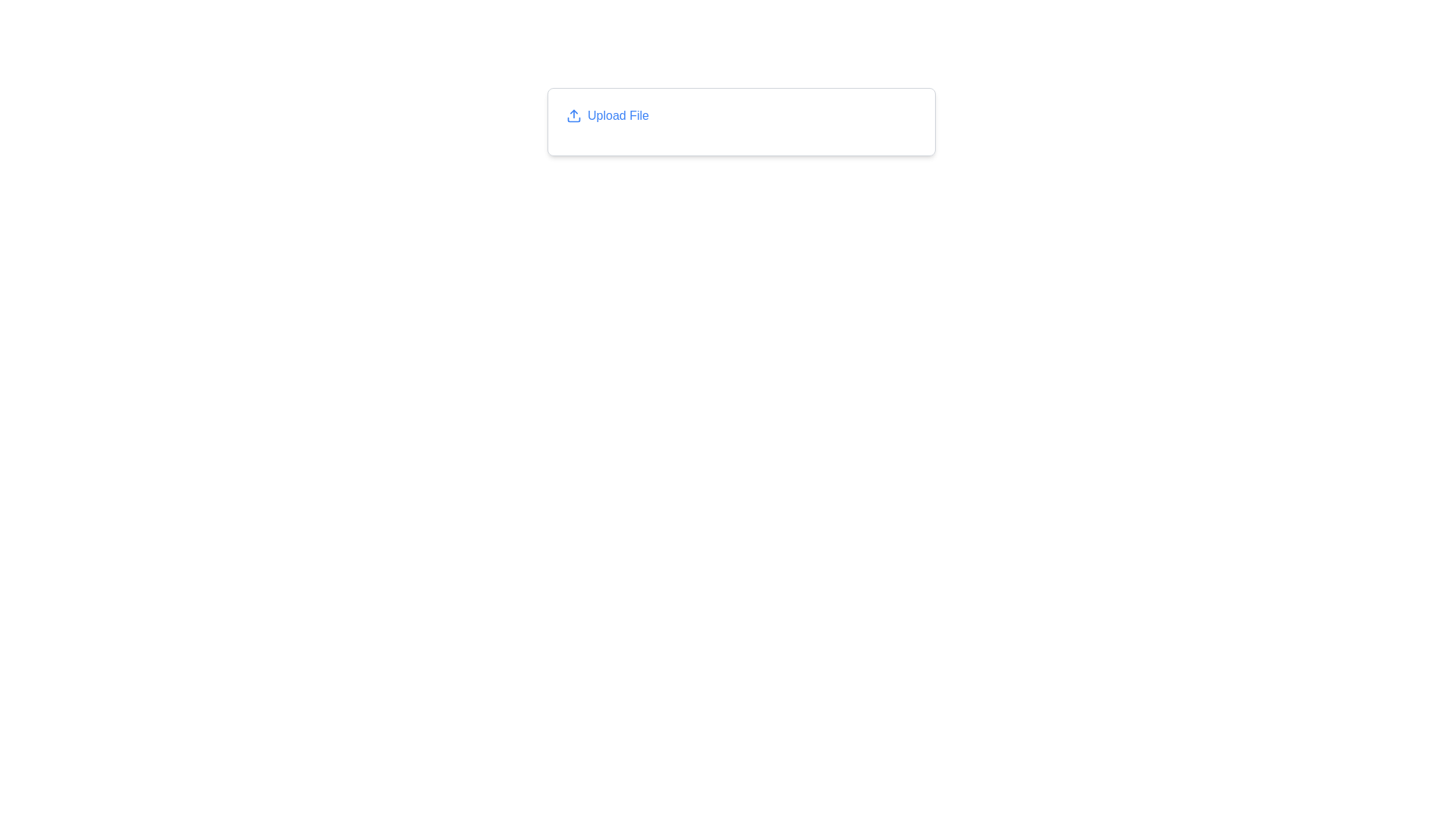  What do you see at coordinates (618, 115) in the screenshot?
I see `the clickable text link labeled 'Upload File'` at bounding box center [618, 115].